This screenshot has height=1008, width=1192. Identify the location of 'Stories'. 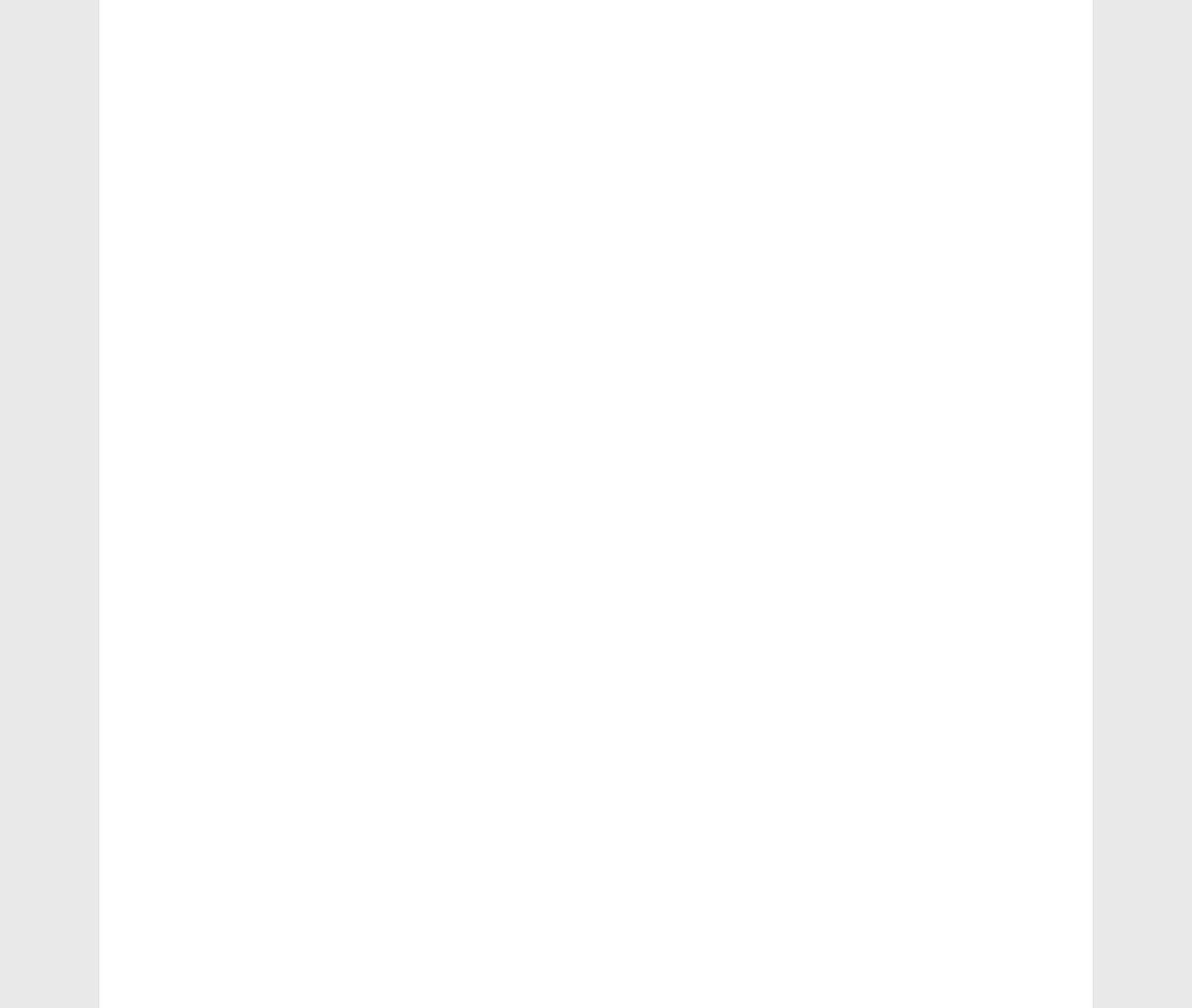
(879, 249).